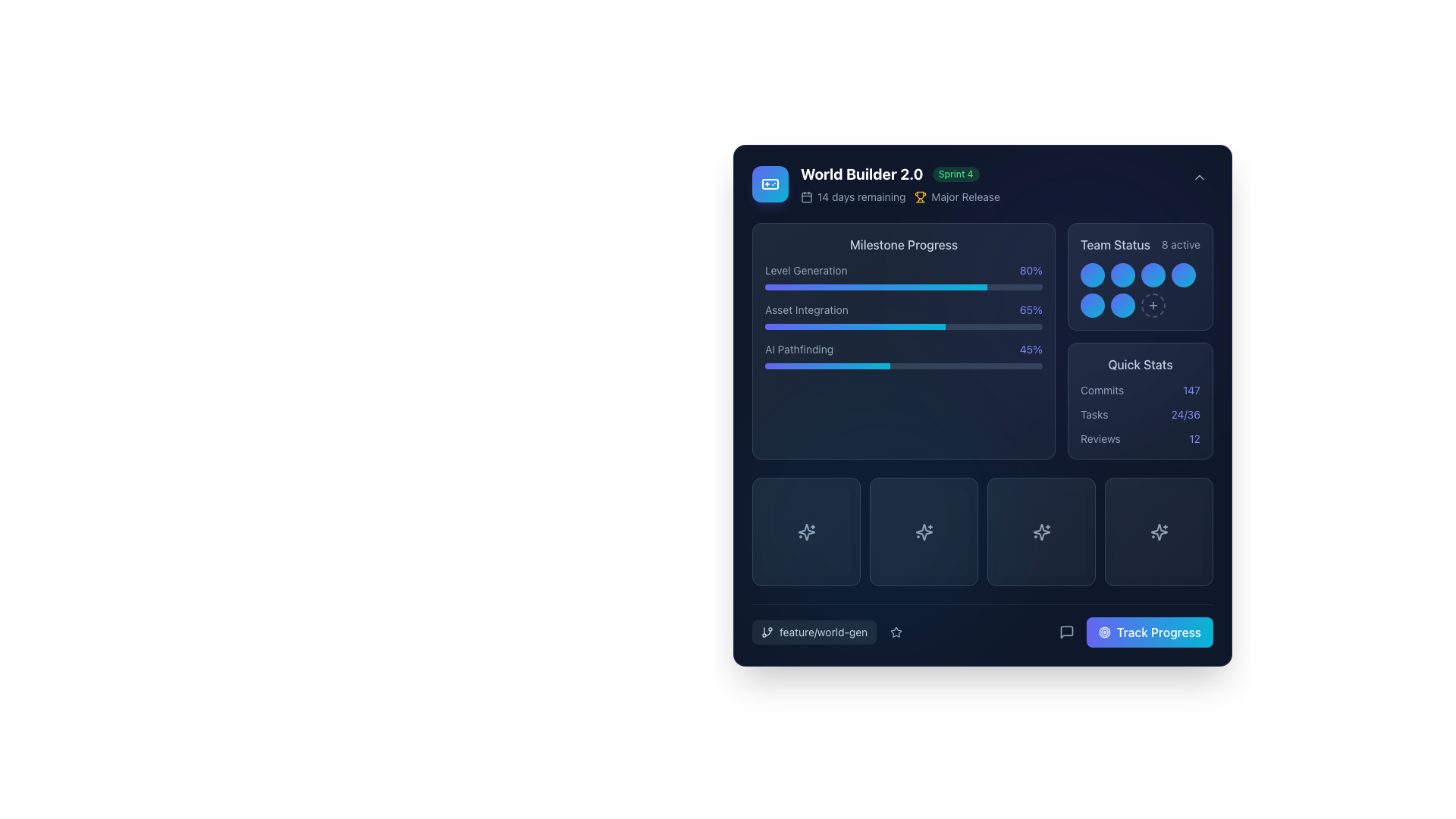 This screenshot has height=819, width=1456. What do you see at coordinates (1040, 531) in the screenshot?
I see `the decorative sparkles icon, which is the third icon from the left in the lower panel of the interface` at bounding box center [1040, 531].